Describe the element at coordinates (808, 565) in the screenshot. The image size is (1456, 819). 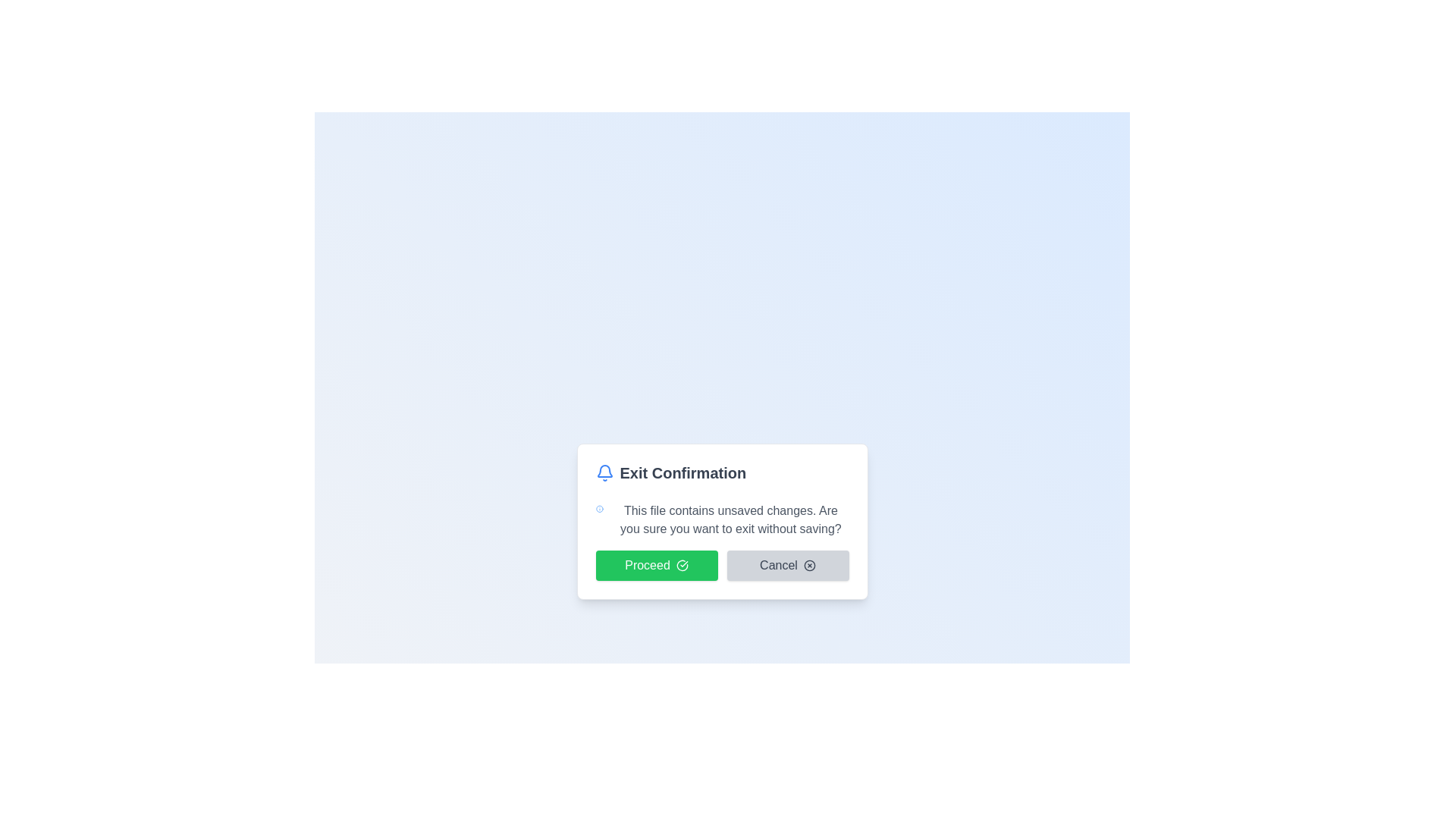
I see `the SVG circle element that is part of the cancel icon adjacent to the 'Cancel' button in the modal dialog interface` at that location.